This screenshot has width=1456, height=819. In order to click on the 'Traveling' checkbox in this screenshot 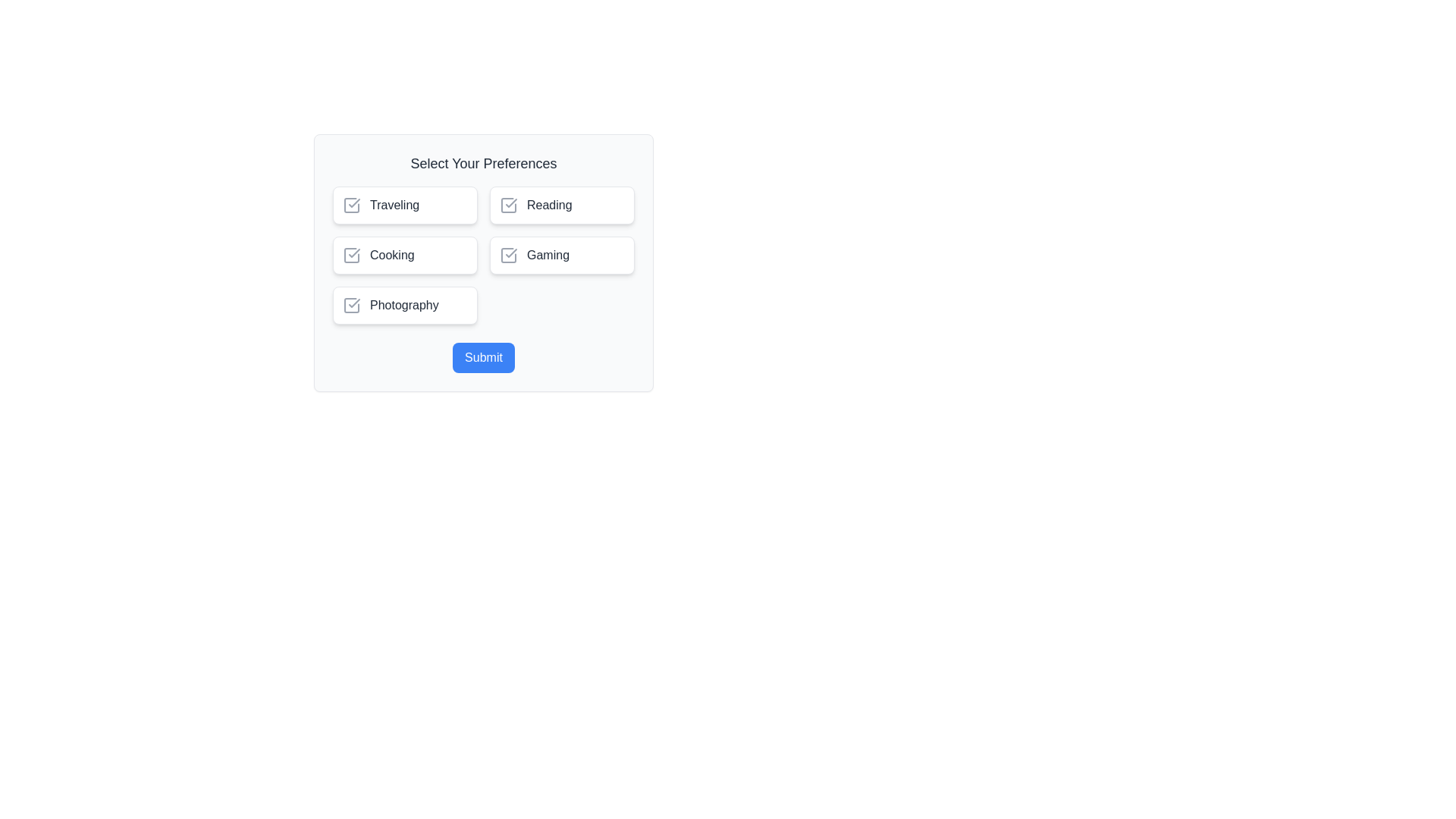, I will do `click(405, 205)`.